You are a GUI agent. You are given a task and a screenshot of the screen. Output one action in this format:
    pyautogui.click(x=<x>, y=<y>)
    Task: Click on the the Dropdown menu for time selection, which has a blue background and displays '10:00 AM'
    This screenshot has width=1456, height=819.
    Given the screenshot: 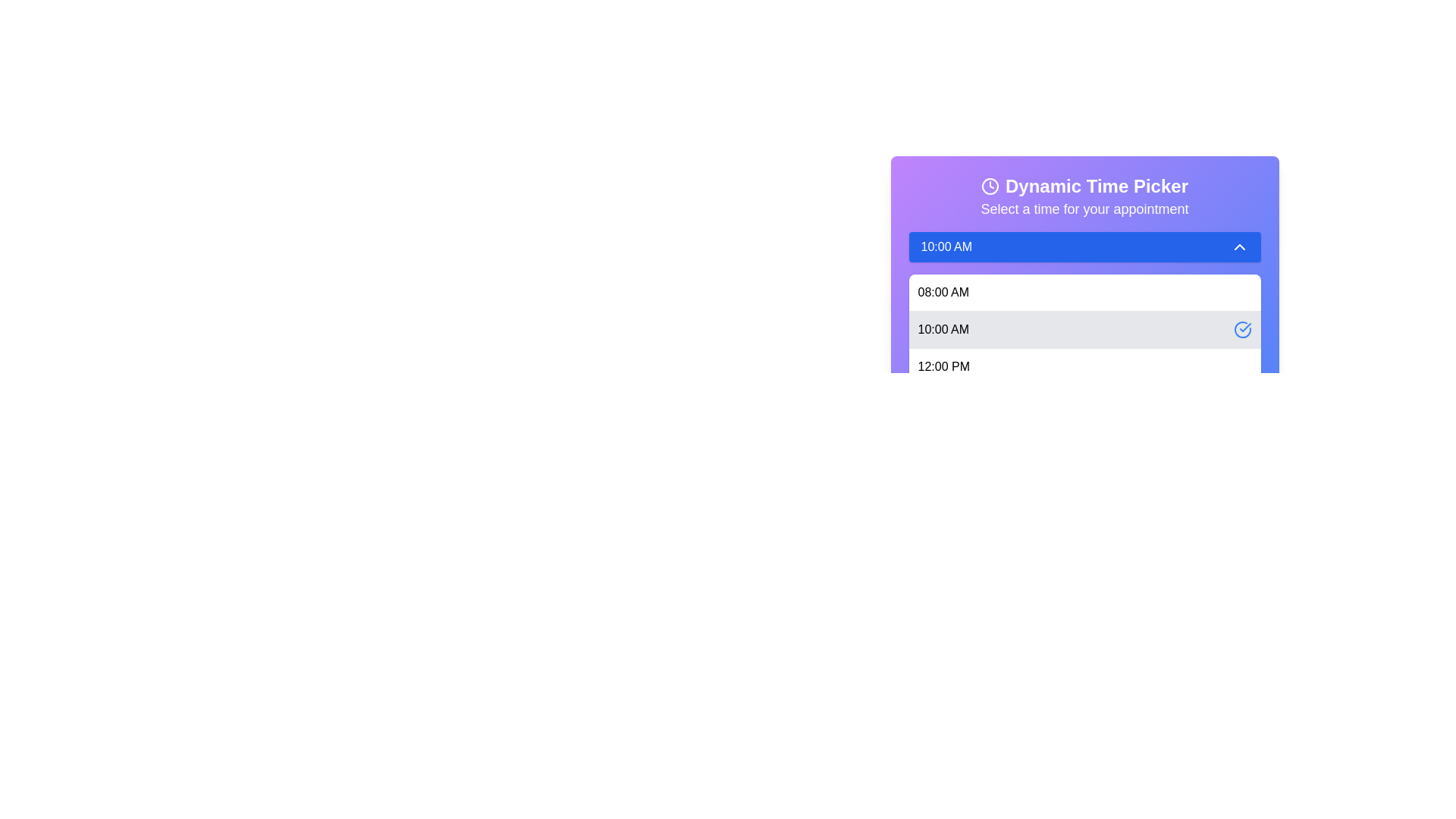 What is the action you would take?
    pyautogui.click(x=1084, y=242)
    